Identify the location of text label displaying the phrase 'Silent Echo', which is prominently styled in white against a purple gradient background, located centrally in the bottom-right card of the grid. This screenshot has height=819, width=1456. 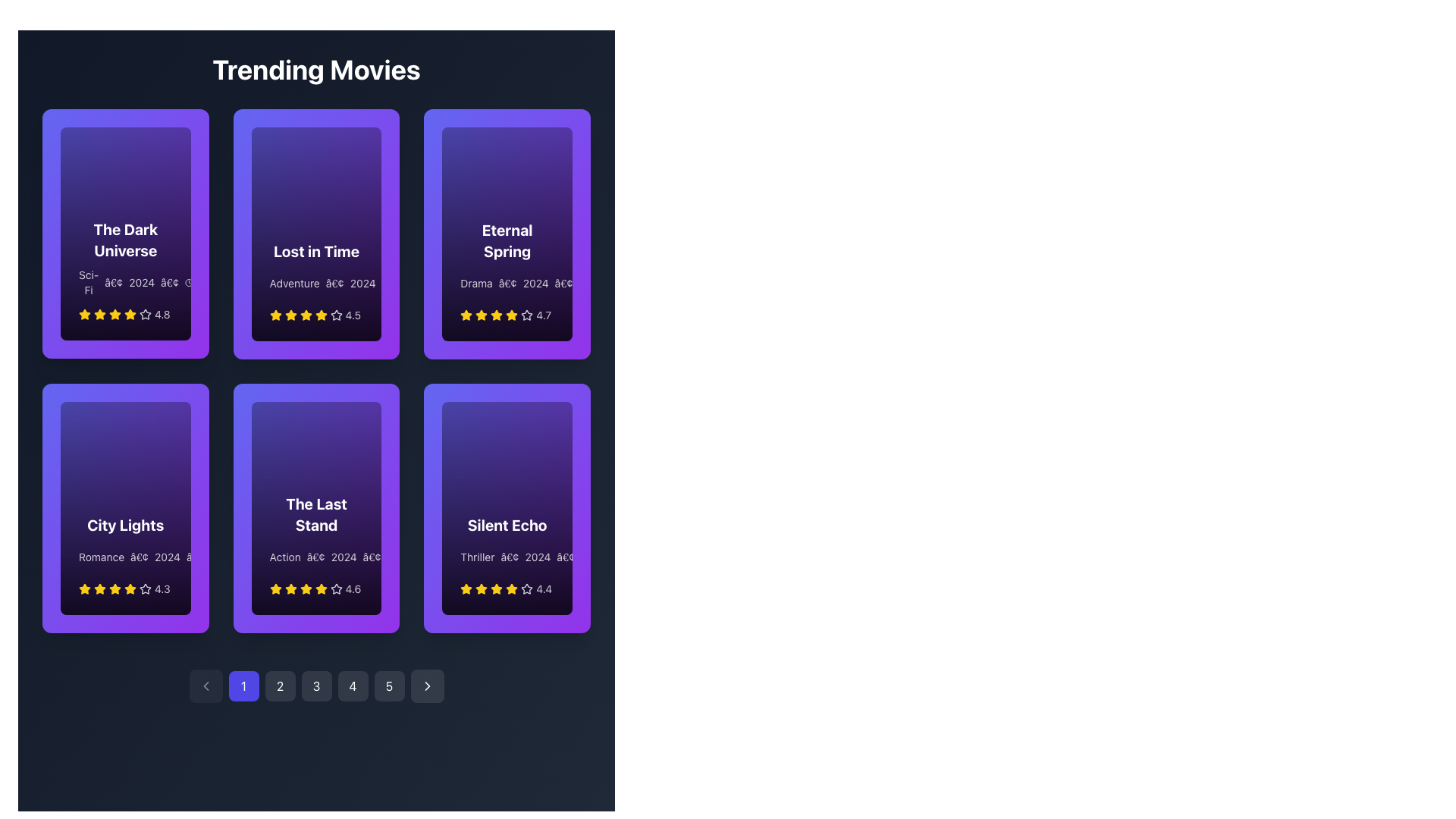
(507, 525).